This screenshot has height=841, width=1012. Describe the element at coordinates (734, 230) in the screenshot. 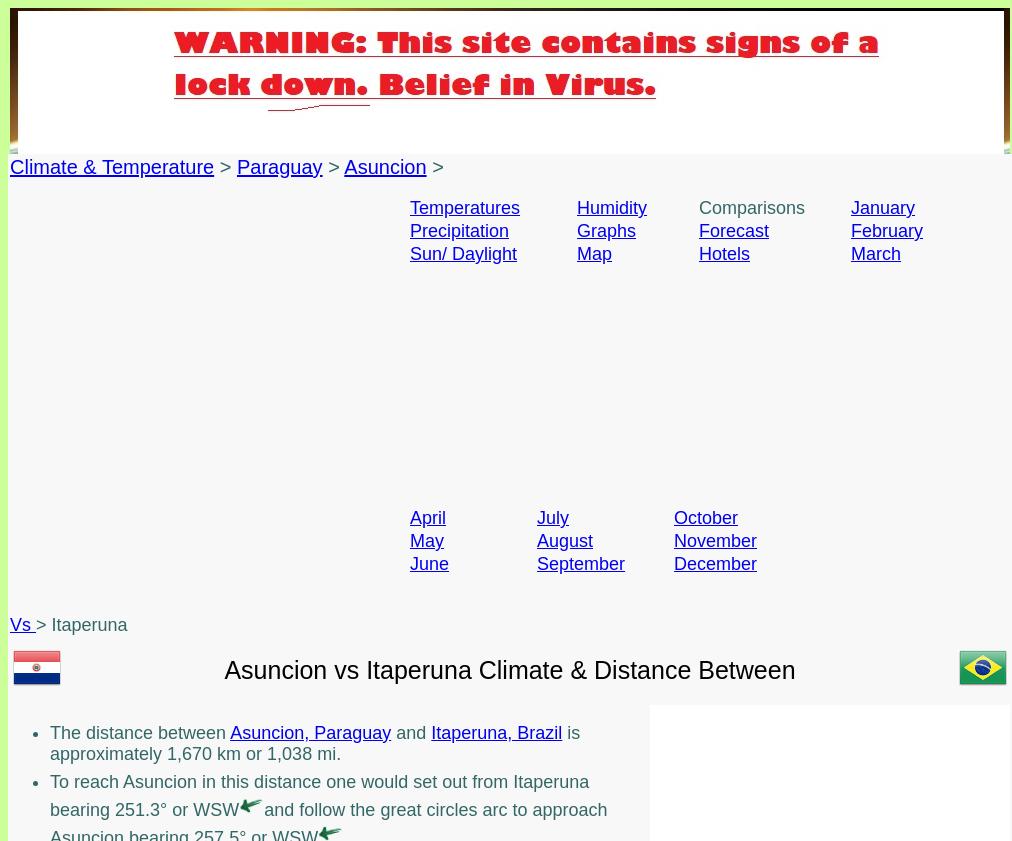

I see `'Forecast'` at that location.